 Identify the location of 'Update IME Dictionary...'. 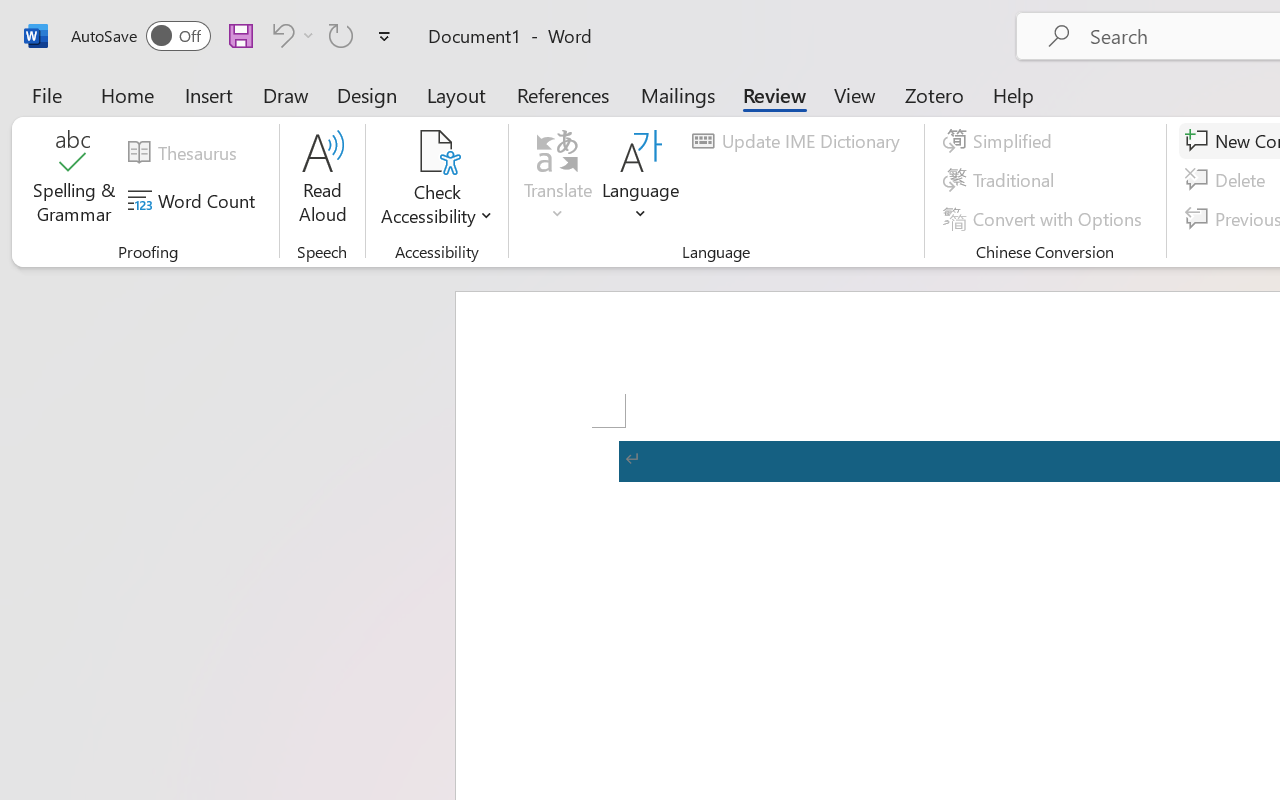
(798, 141).